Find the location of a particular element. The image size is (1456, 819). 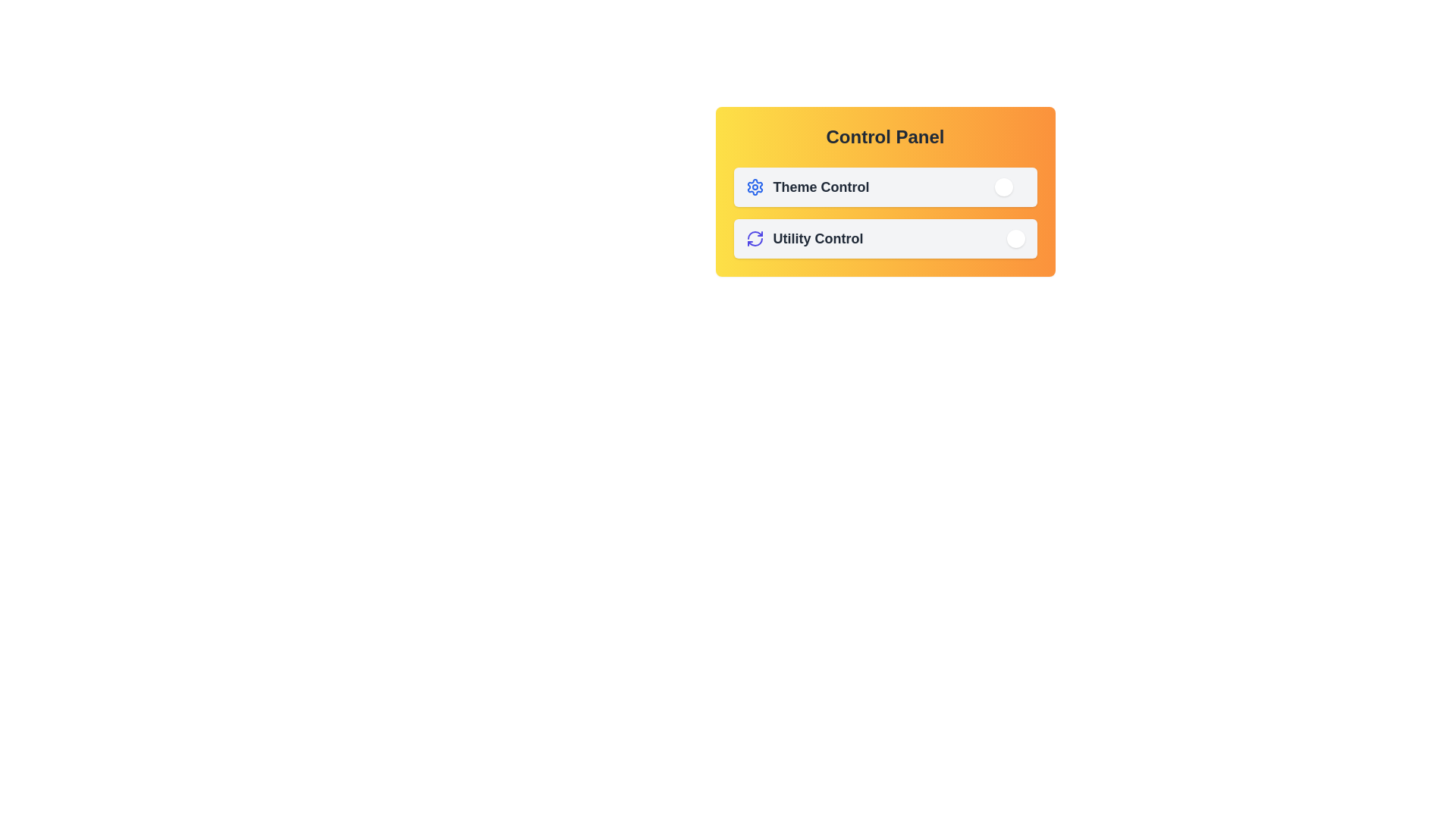

the theme control icon located to the left of the 'Theme Control' text in the first row of the 'Control Panel' interface is located at coordinates (755, 186).